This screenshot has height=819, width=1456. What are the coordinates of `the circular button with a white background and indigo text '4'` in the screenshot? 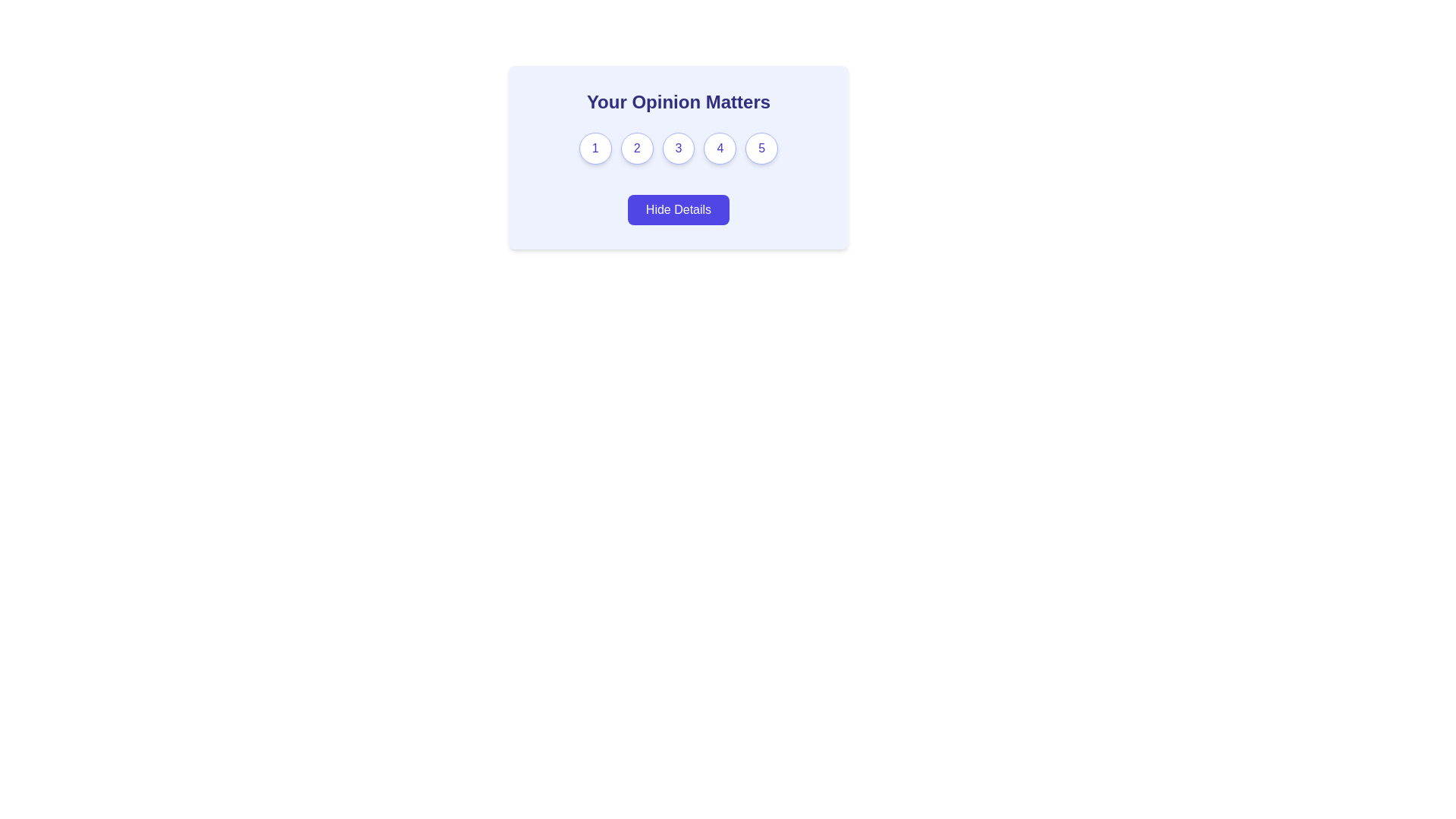 It's located at (719, 149).